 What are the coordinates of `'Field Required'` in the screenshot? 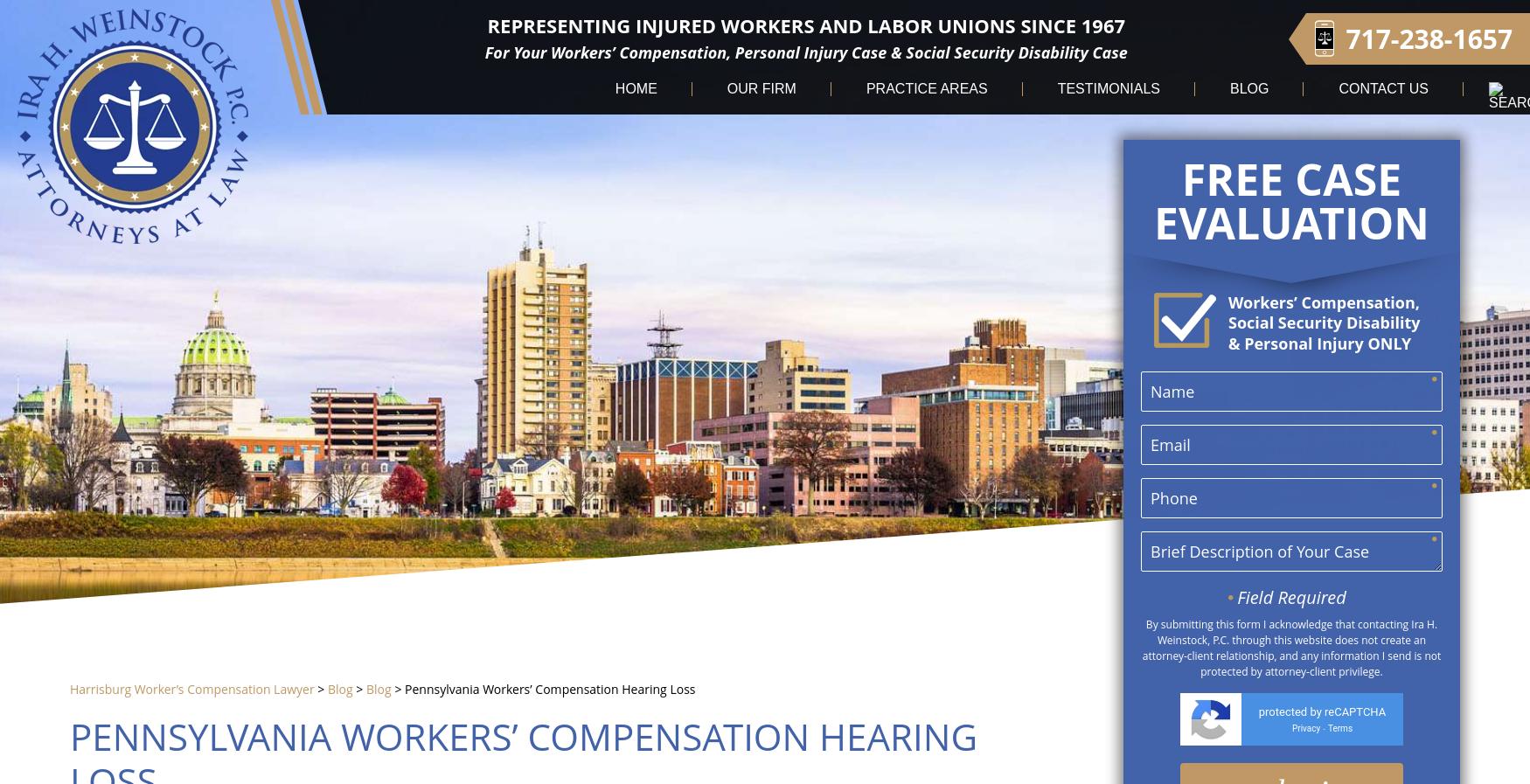 It's located at (1291, 597).